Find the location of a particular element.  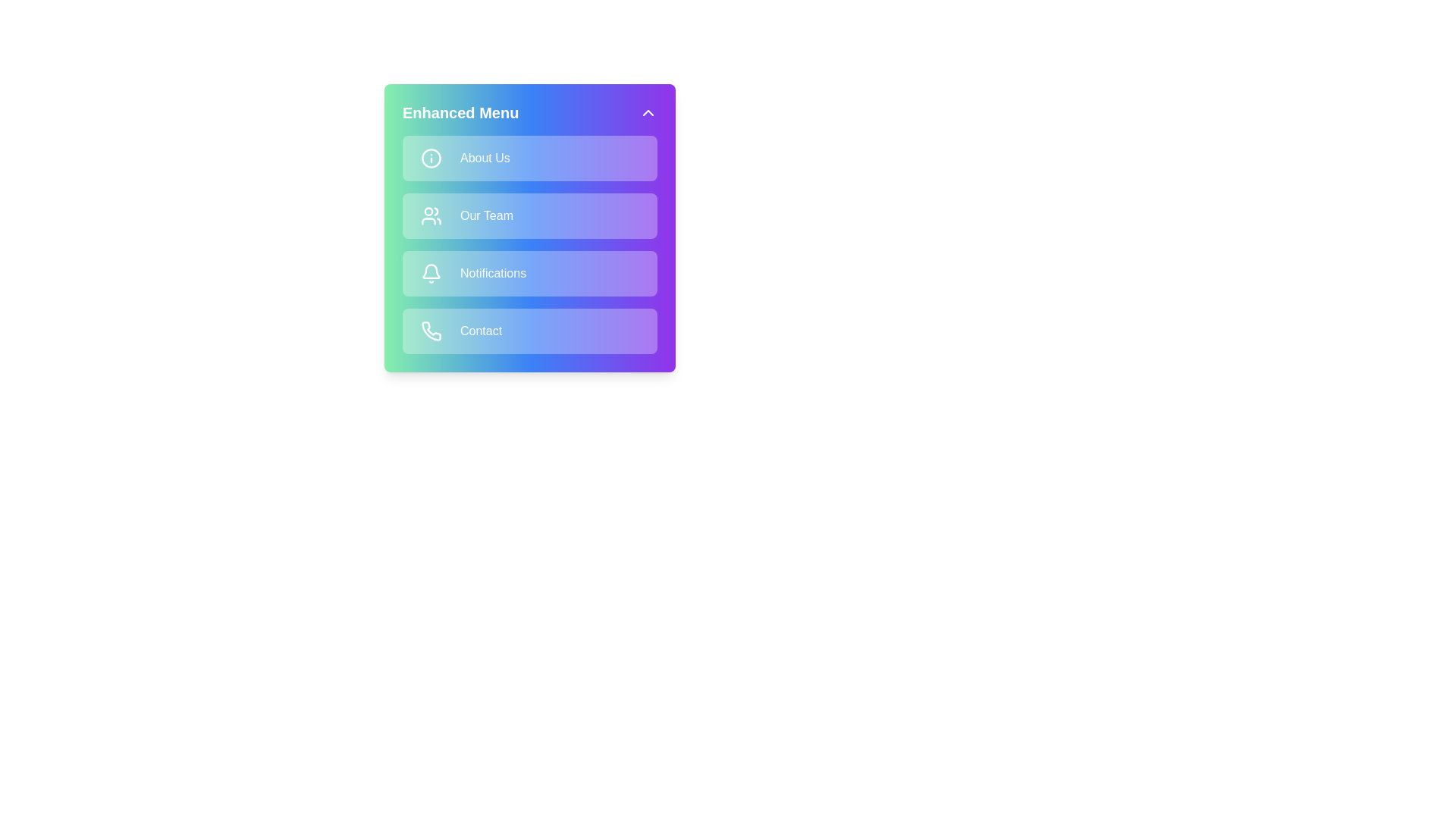

the menu item labeled Our Team to observe its hover effect is located at coordinates (530, 216).